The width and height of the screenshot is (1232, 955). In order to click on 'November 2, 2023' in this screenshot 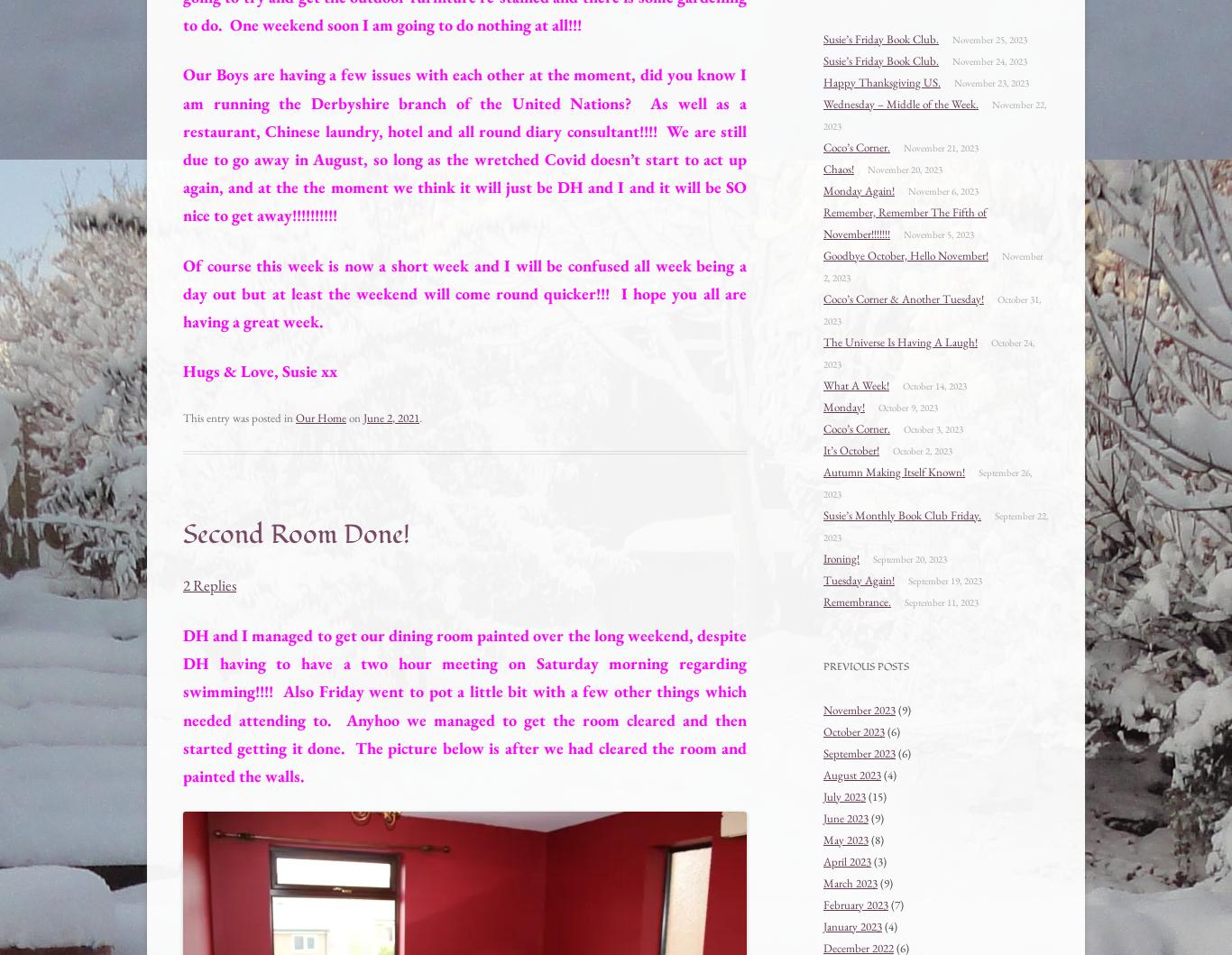, I will do `click(823, 266)`.